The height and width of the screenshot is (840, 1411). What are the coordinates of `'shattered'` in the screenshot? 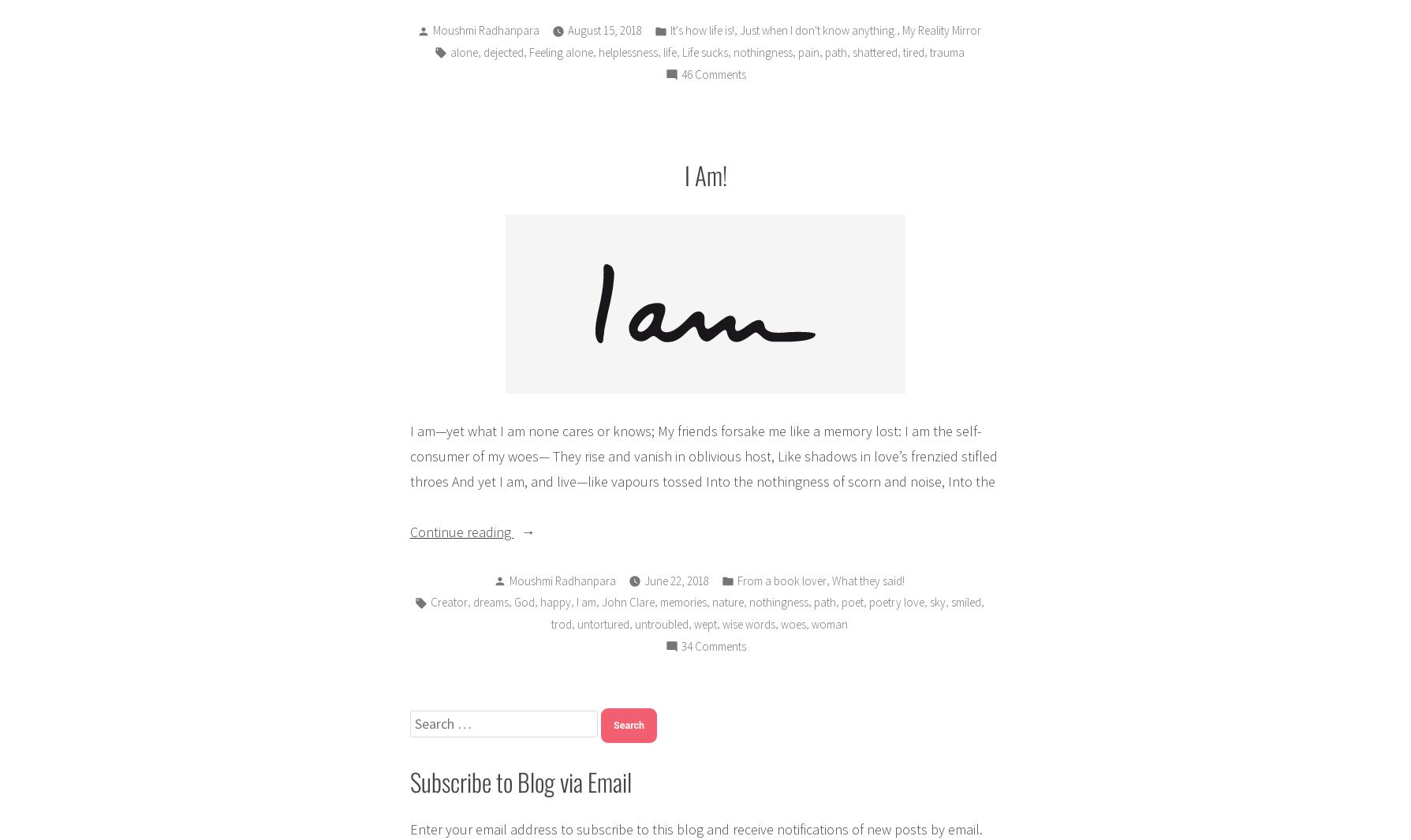 It's located at (873, 51).